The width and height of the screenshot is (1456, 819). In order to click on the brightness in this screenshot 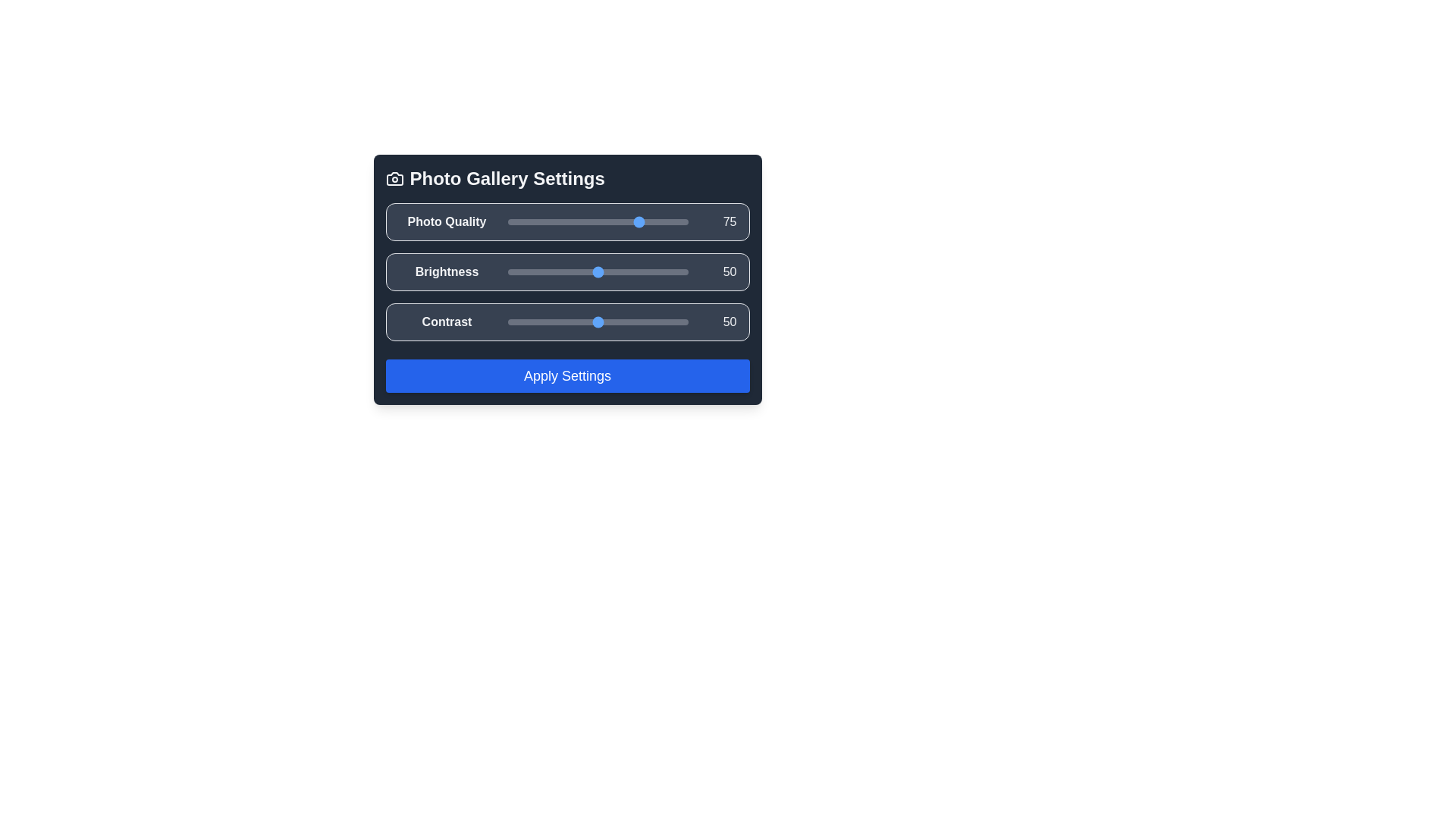, I will do `click(588, 271)`.